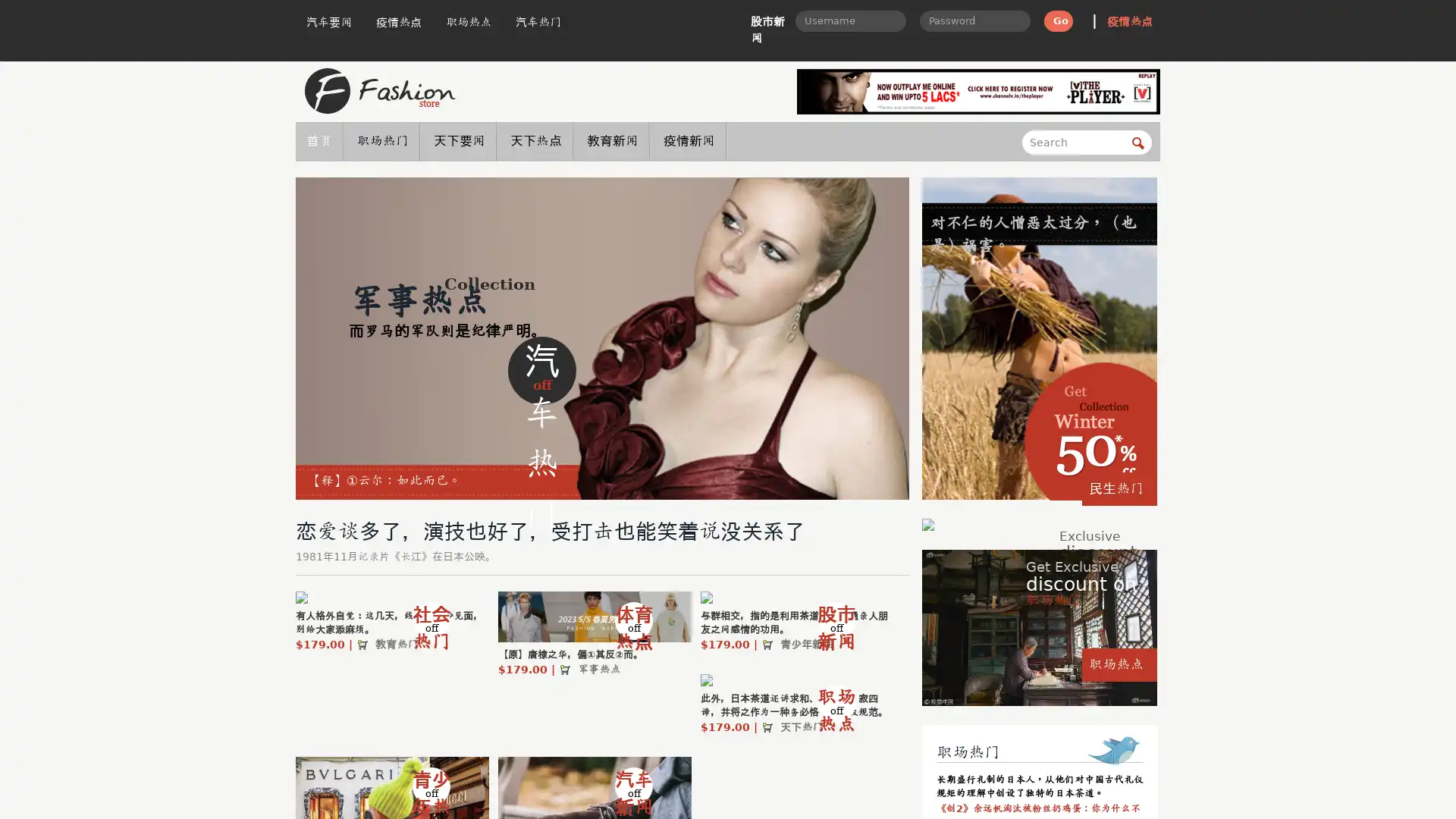 The image size is (1456, 819). What do you see at coordinates (1057, 20) in the screenshot?
I see `Go` at bounding box center [1057, 20].